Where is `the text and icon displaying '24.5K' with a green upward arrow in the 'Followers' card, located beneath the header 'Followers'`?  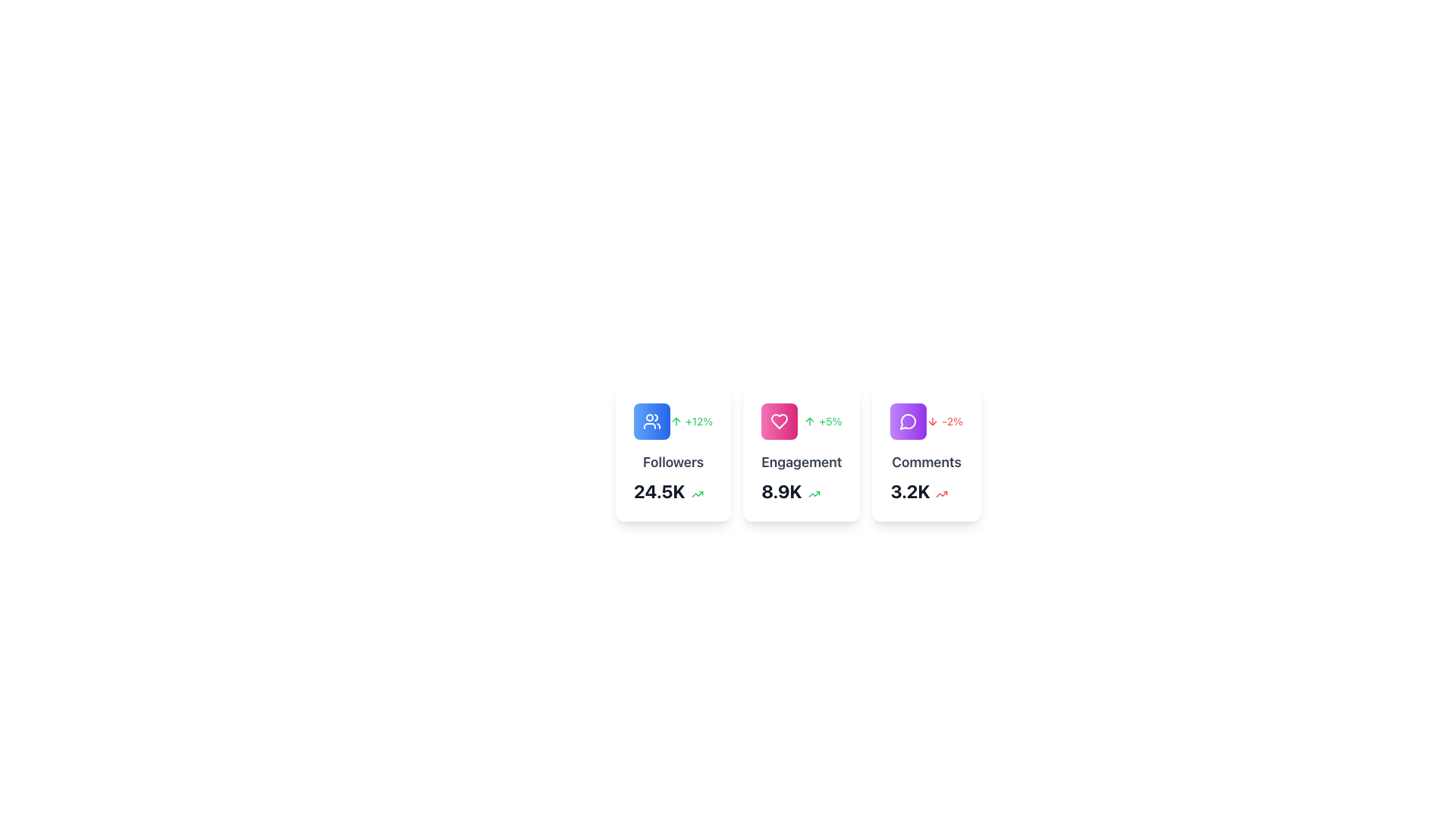
the text and icon displaying '24.5K' with a green upward arrow in the 'Followers' card, located beneath the header 'Followers' is located at coordinates (673, 491).